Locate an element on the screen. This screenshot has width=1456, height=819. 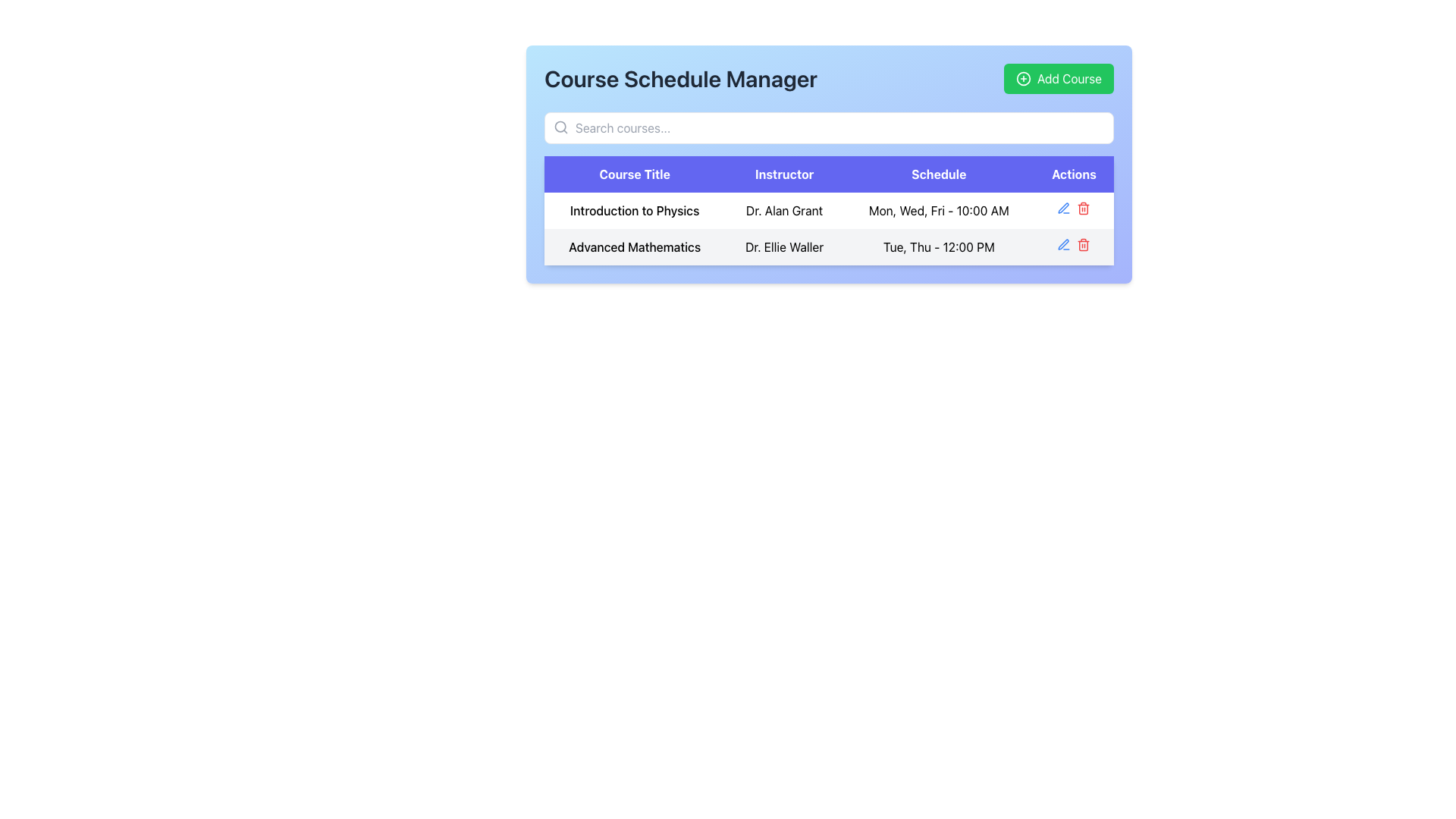
the text label within the 'Add Course' button located in the upper right corner of the interface, which describes the action of adding a new course is located at coordinates (1068, 79).